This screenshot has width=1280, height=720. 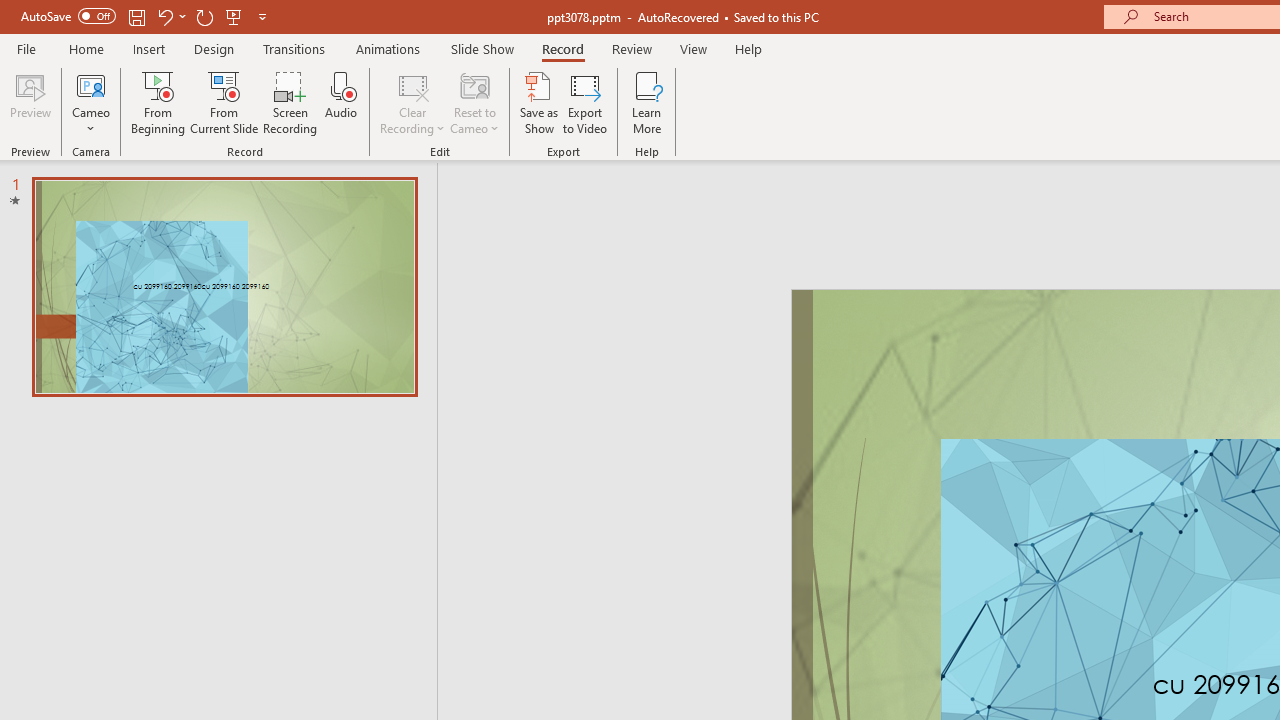 What do you see at coordinates (294, 48) in the screenshot?
I see `'Transitions'` at bounding box center [294, 48].